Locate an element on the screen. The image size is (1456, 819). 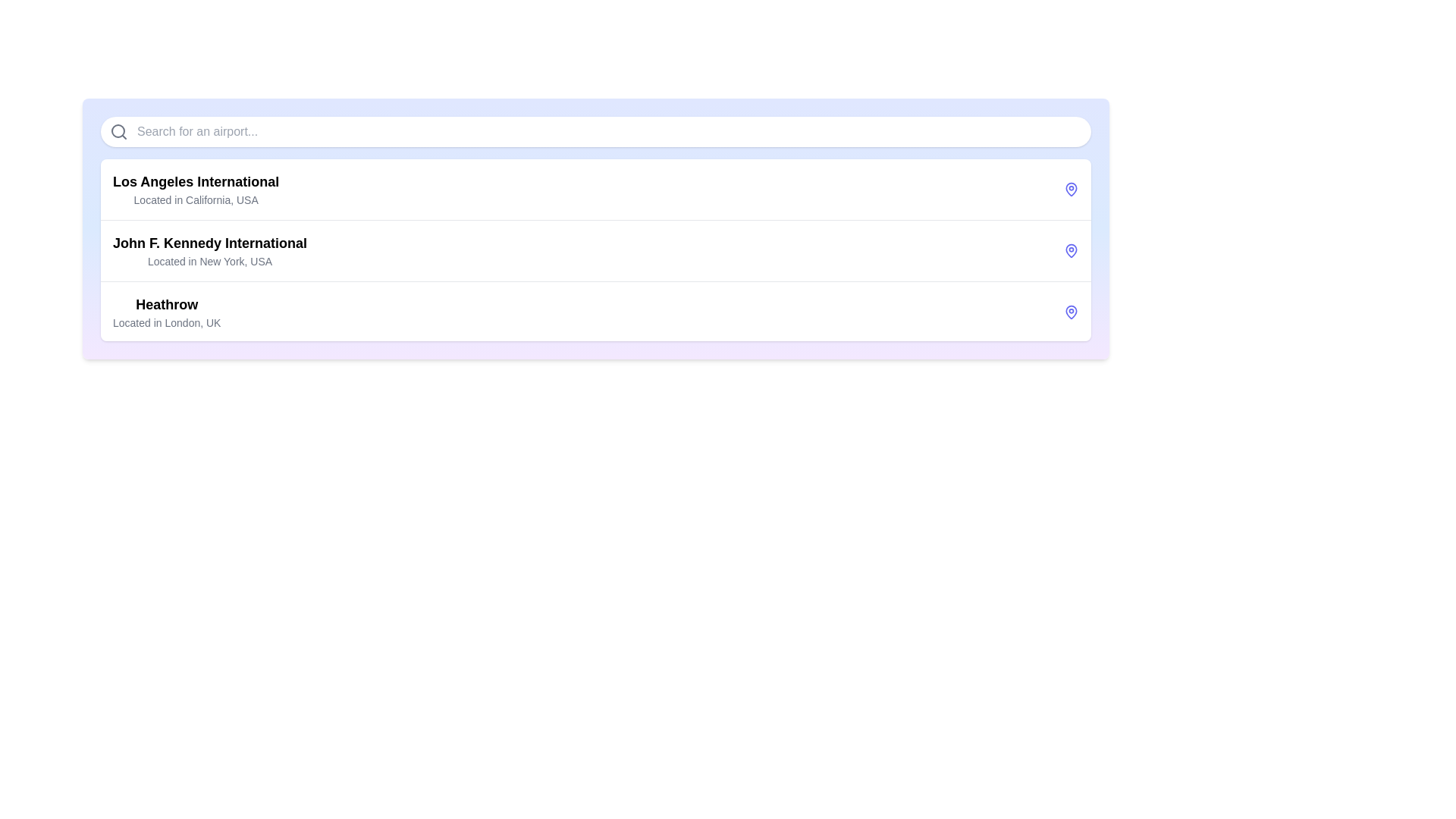
on the second list item for the airport, which is located between 'Los Angeles International' and 'Heathrow' is located at coordinates (595, 249).